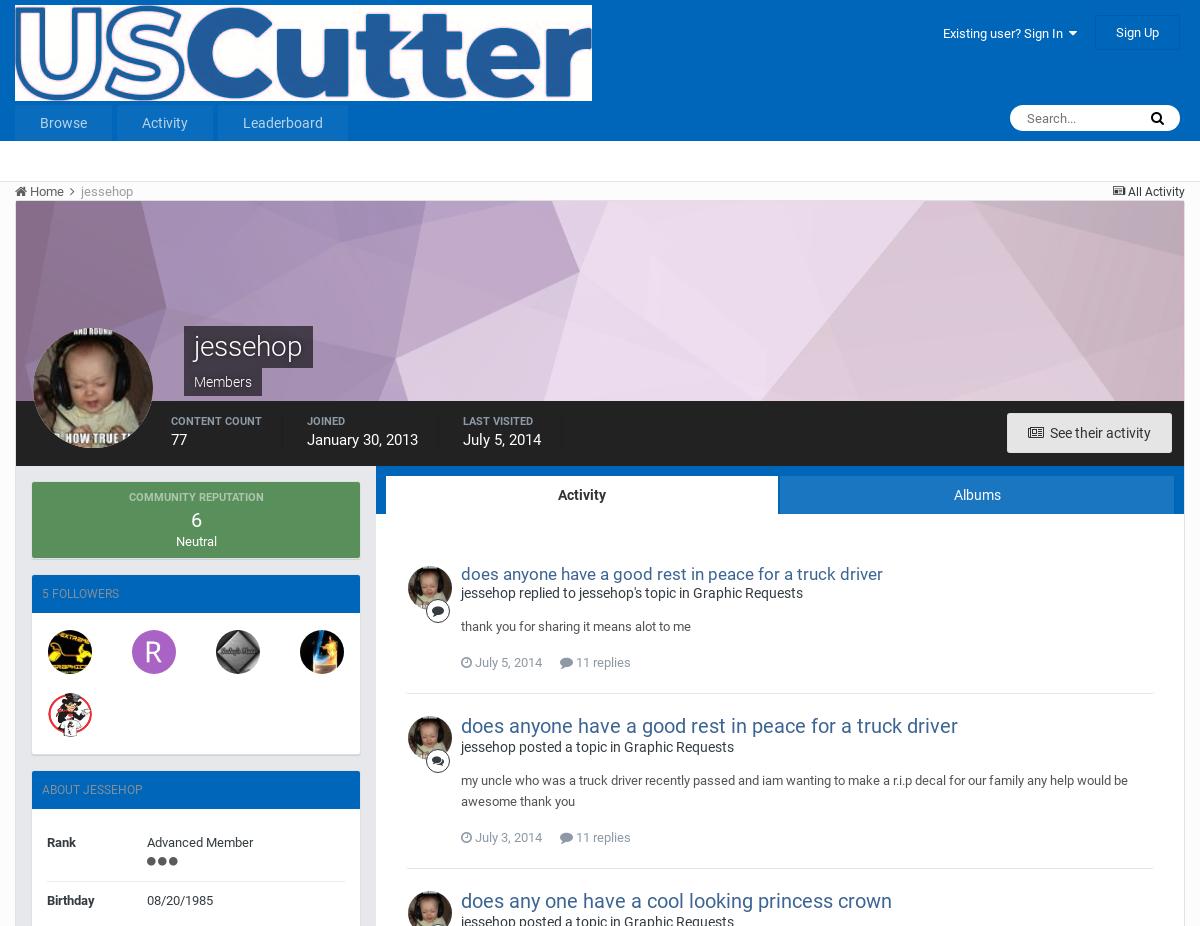  I want to click on '5 Followers', so click(80, 593).